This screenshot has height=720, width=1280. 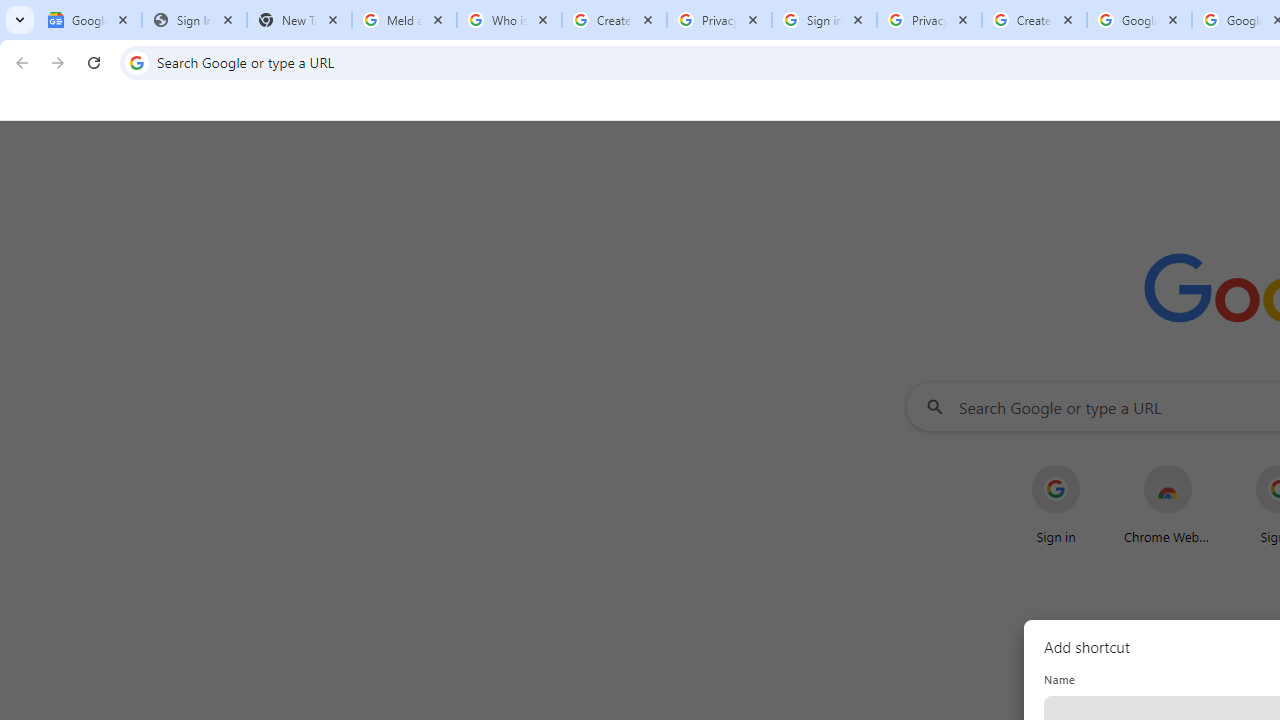 I want to click on 'Sign in - Google Accounts', so click(x=824, y=20).